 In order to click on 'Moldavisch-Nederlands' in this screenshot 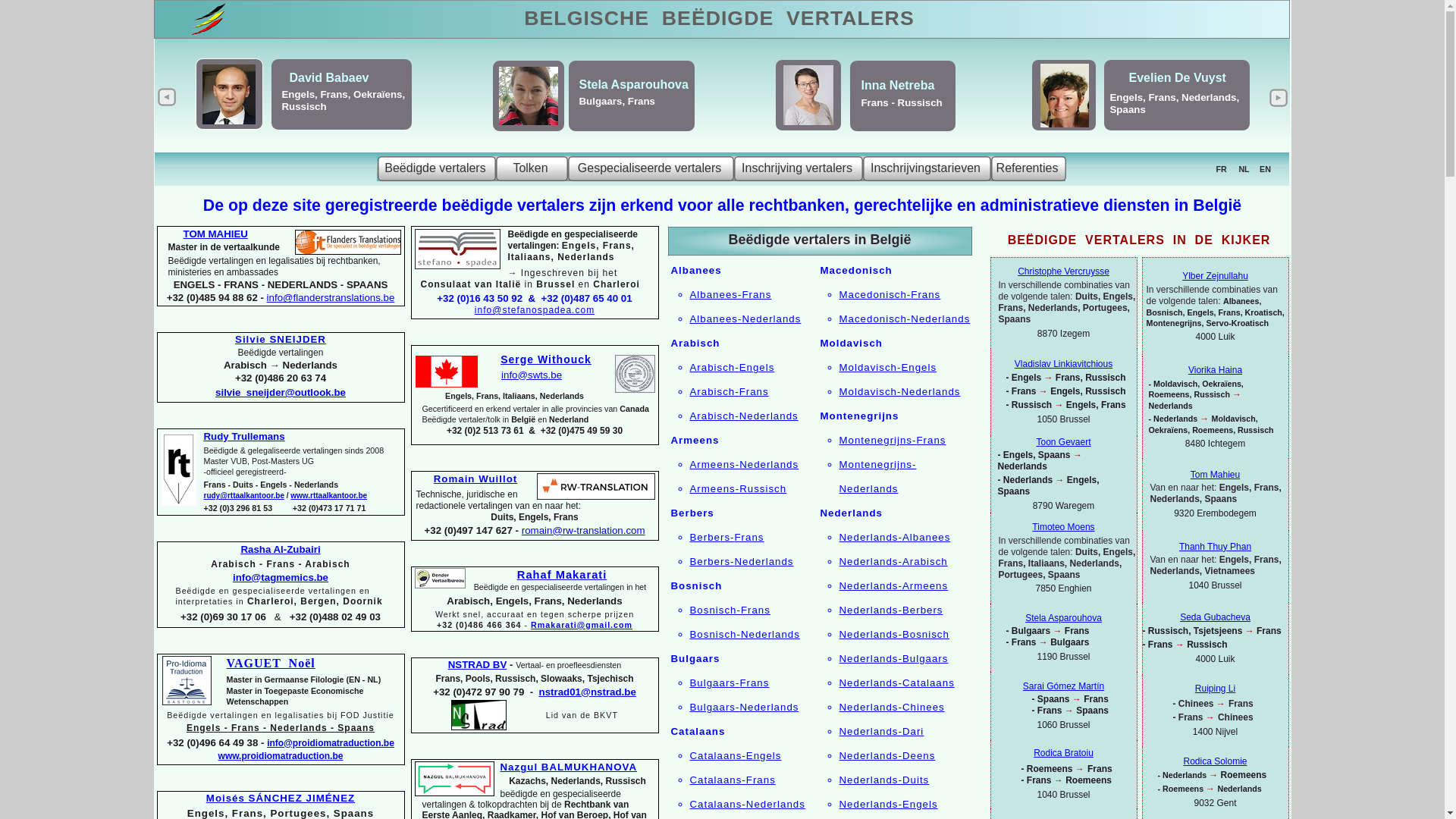, I will do `click(837, 391)`.